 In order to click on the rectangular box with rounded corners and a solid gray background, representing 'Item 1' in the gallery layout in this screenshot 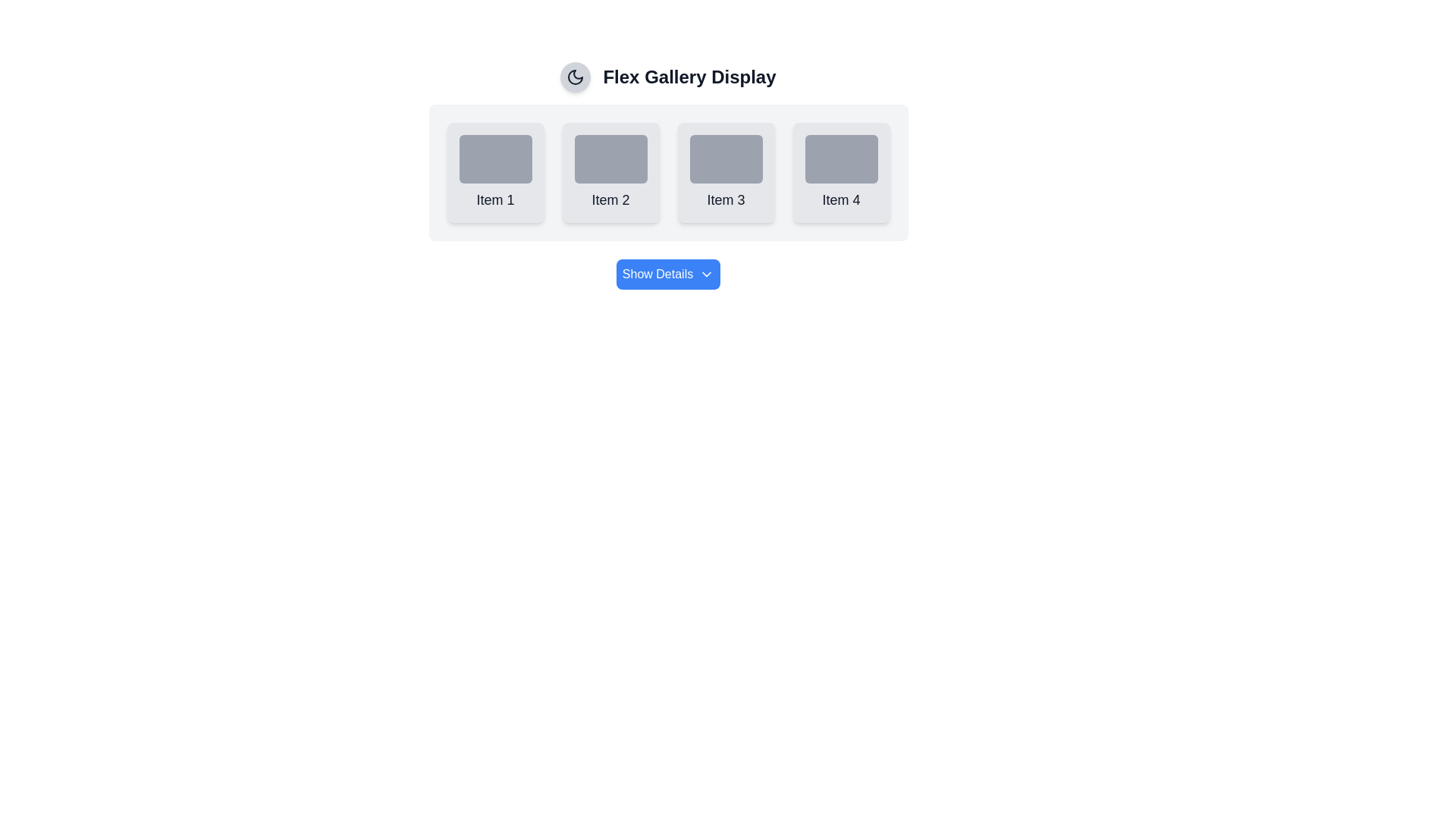, I will do `click(495, 158)`.